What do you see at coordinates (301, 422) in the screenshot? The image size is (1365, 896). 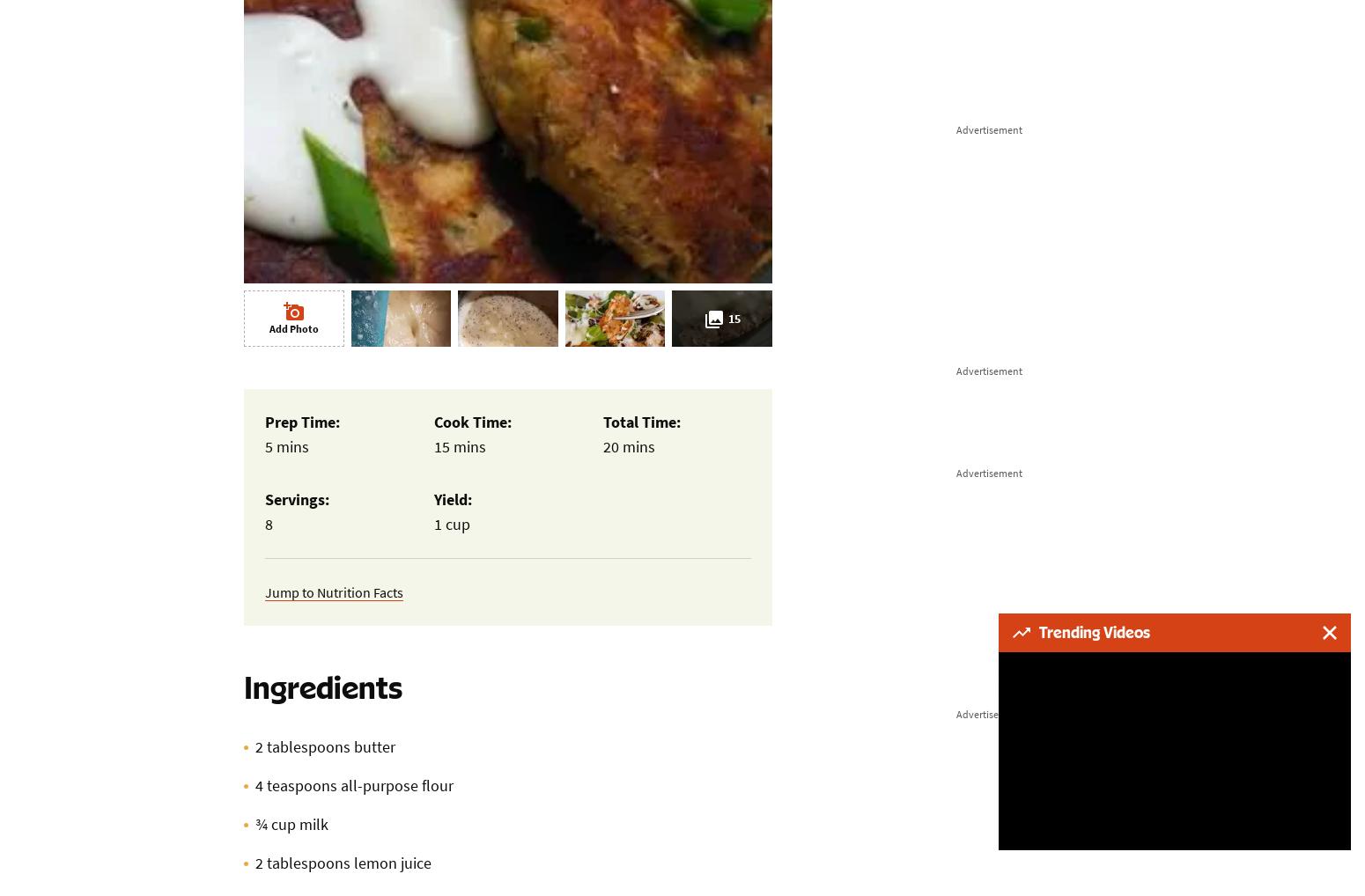 I see `'Prep Time:'` at bounding box center [301, 422].